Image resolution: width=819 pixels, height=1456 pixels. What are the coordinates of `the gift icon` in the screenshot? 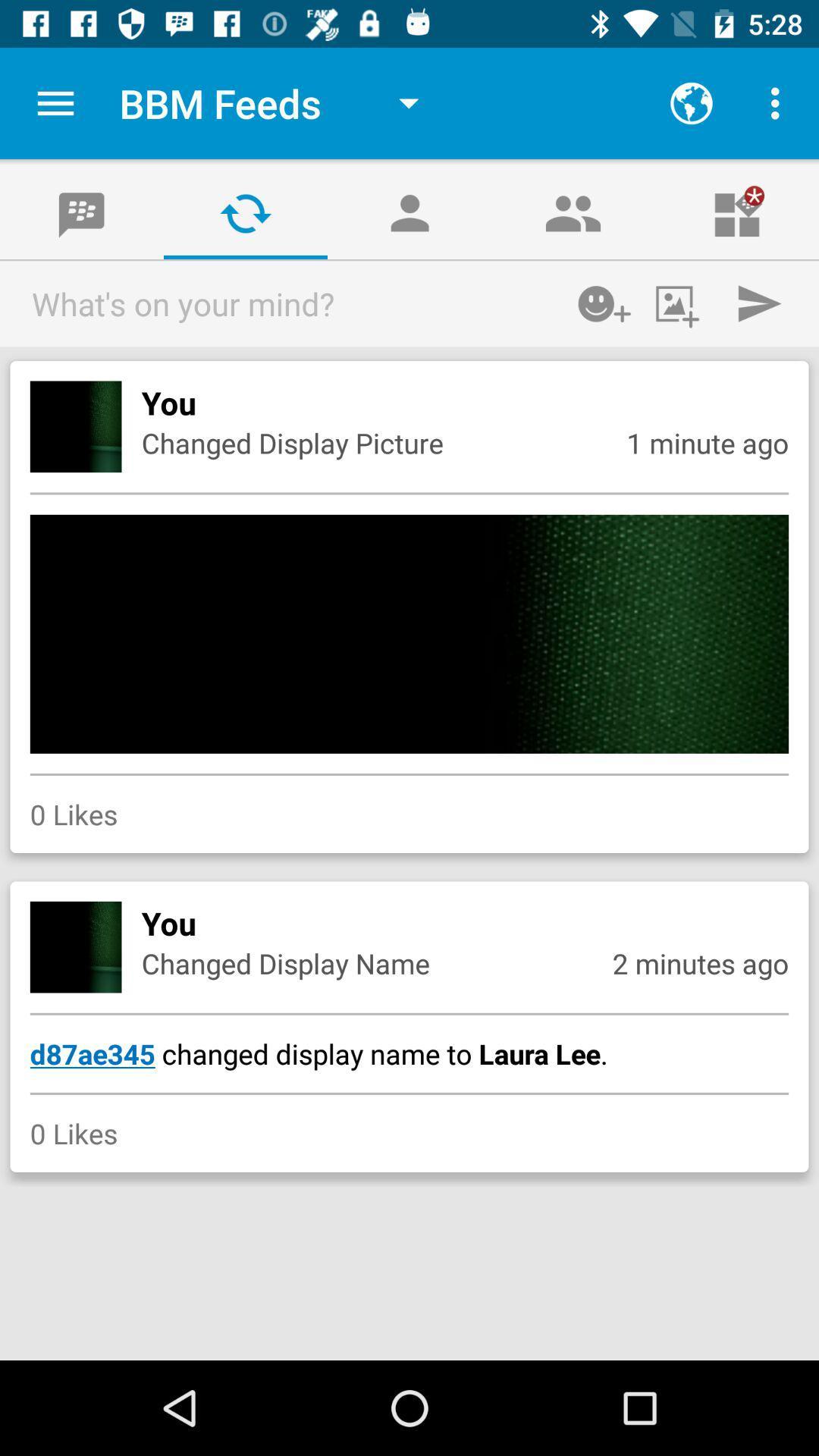 It's located at (736, 212).